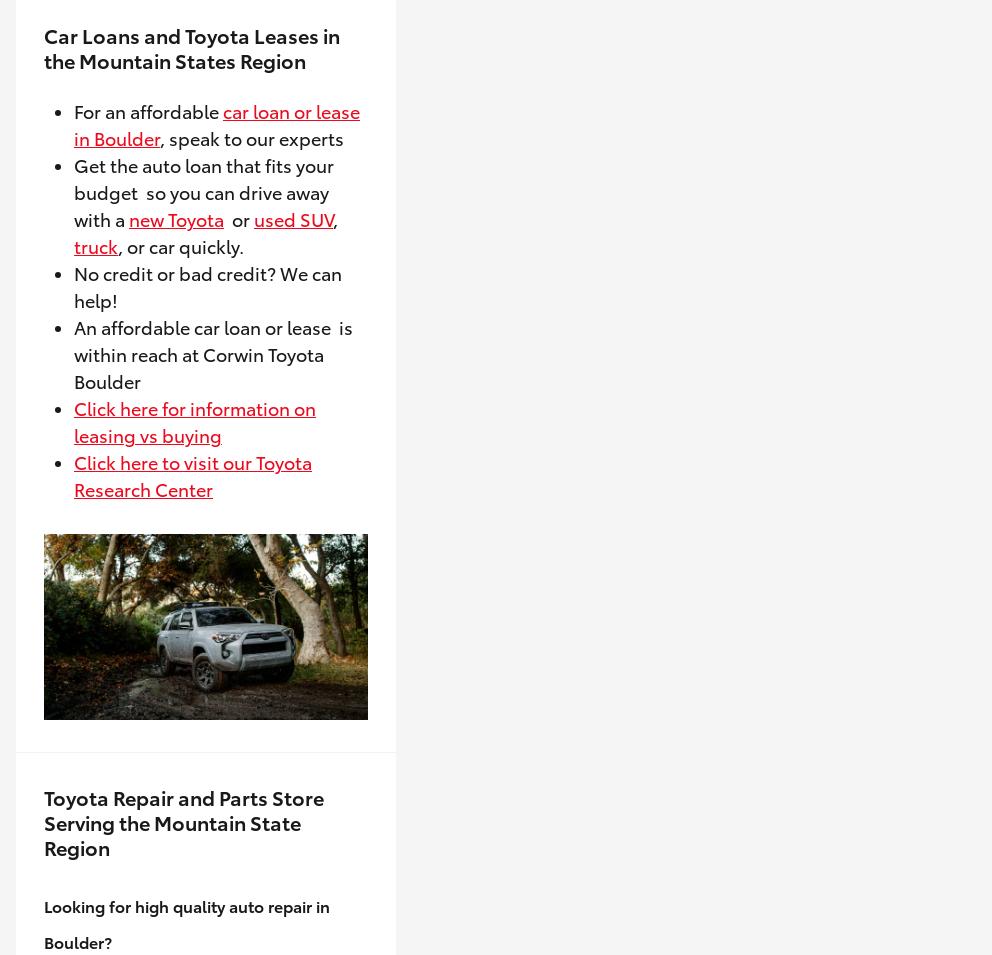 This screenshot has width=992, height=955. Describe the element at coordinates (185, 922) in the screenshot. I see `'Looking for high quality auto repair in 
Boulder?'` at that location.